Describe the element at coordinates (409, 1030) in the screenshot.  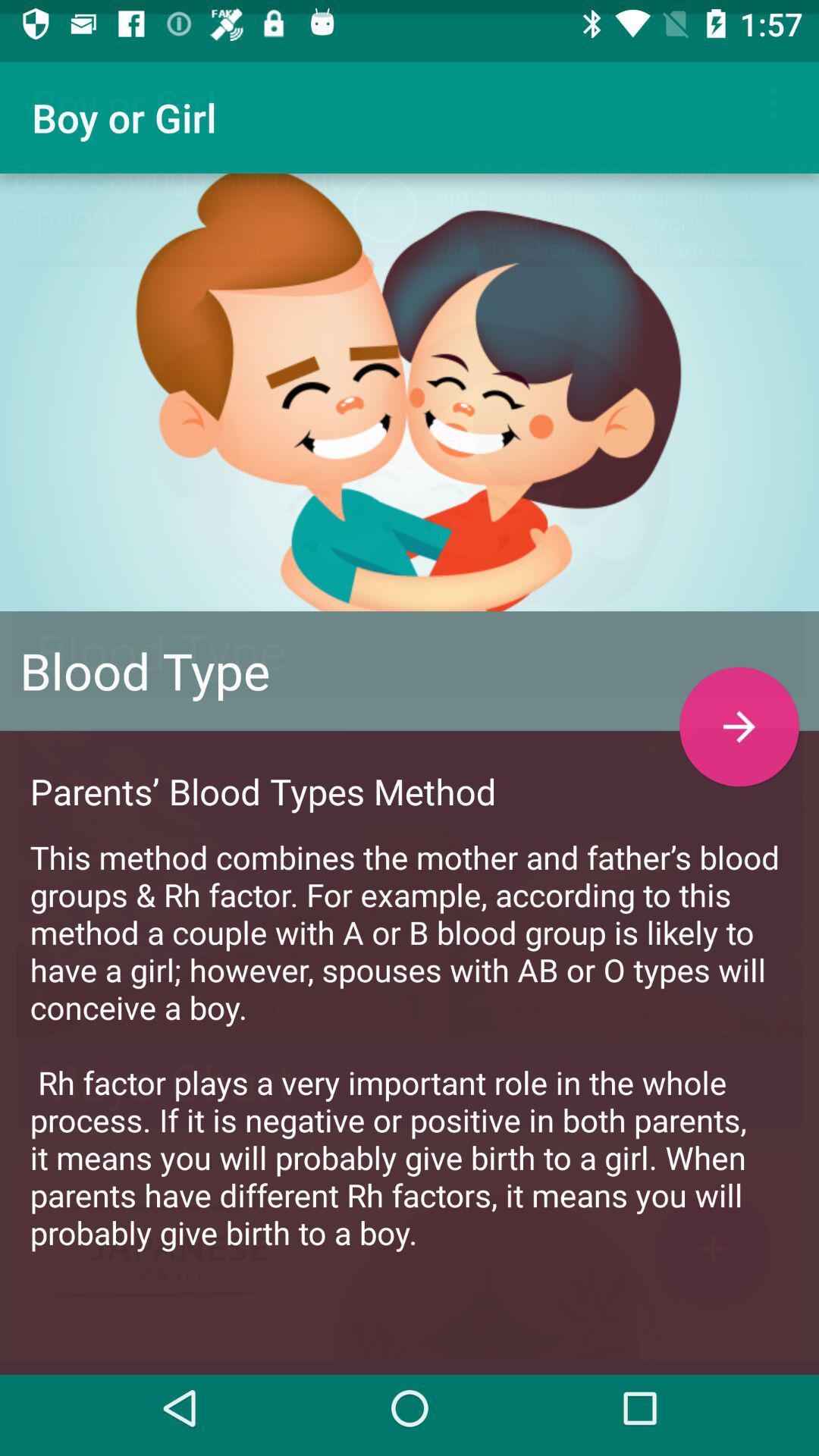
I see `the this method combines` at that location.